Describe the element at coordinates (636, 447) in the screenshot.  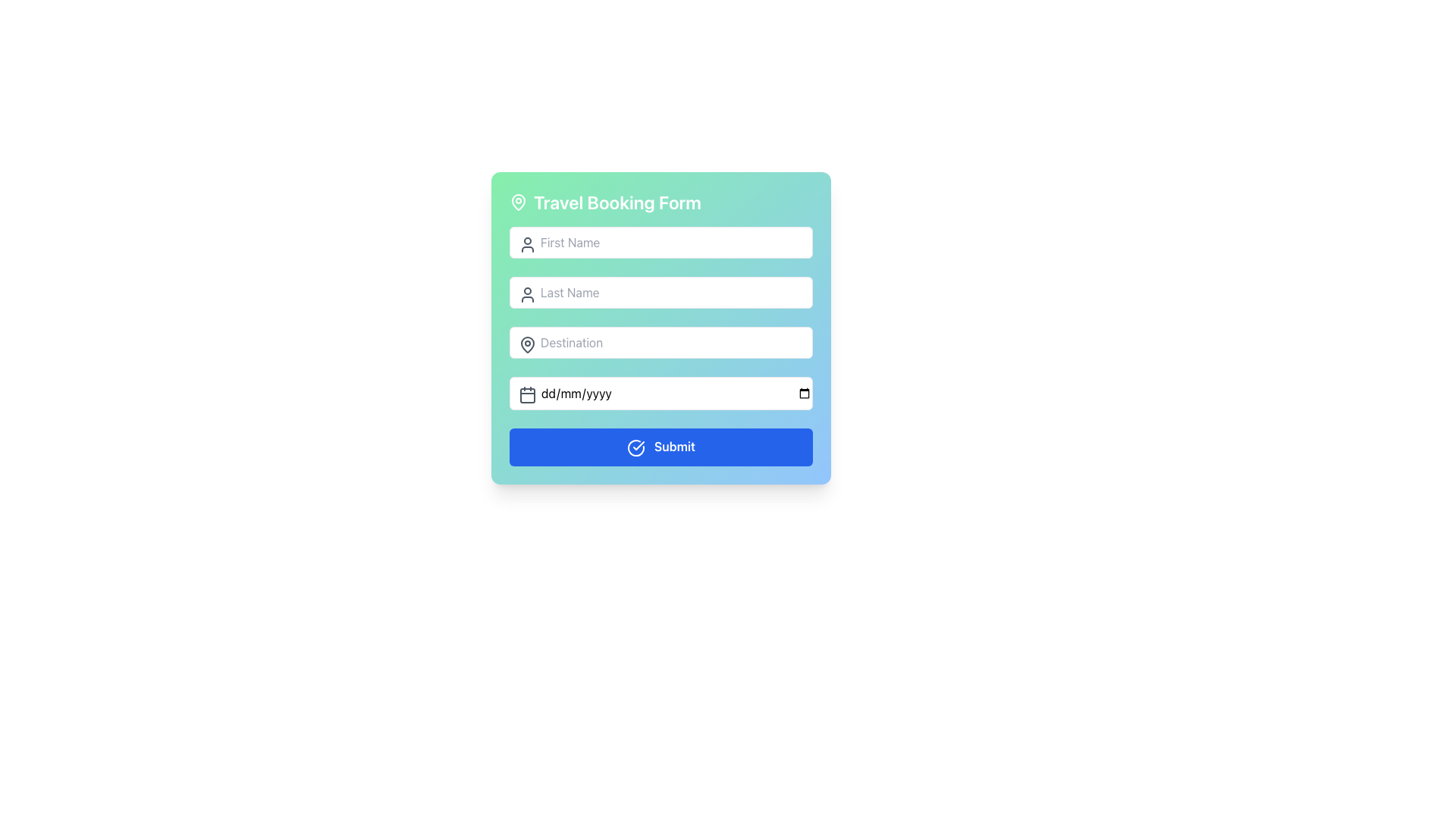
I see `the icon that visually complements the 'Submit' button, located to the left of the text 'Submit' near the bottom of the form interface` at that location.